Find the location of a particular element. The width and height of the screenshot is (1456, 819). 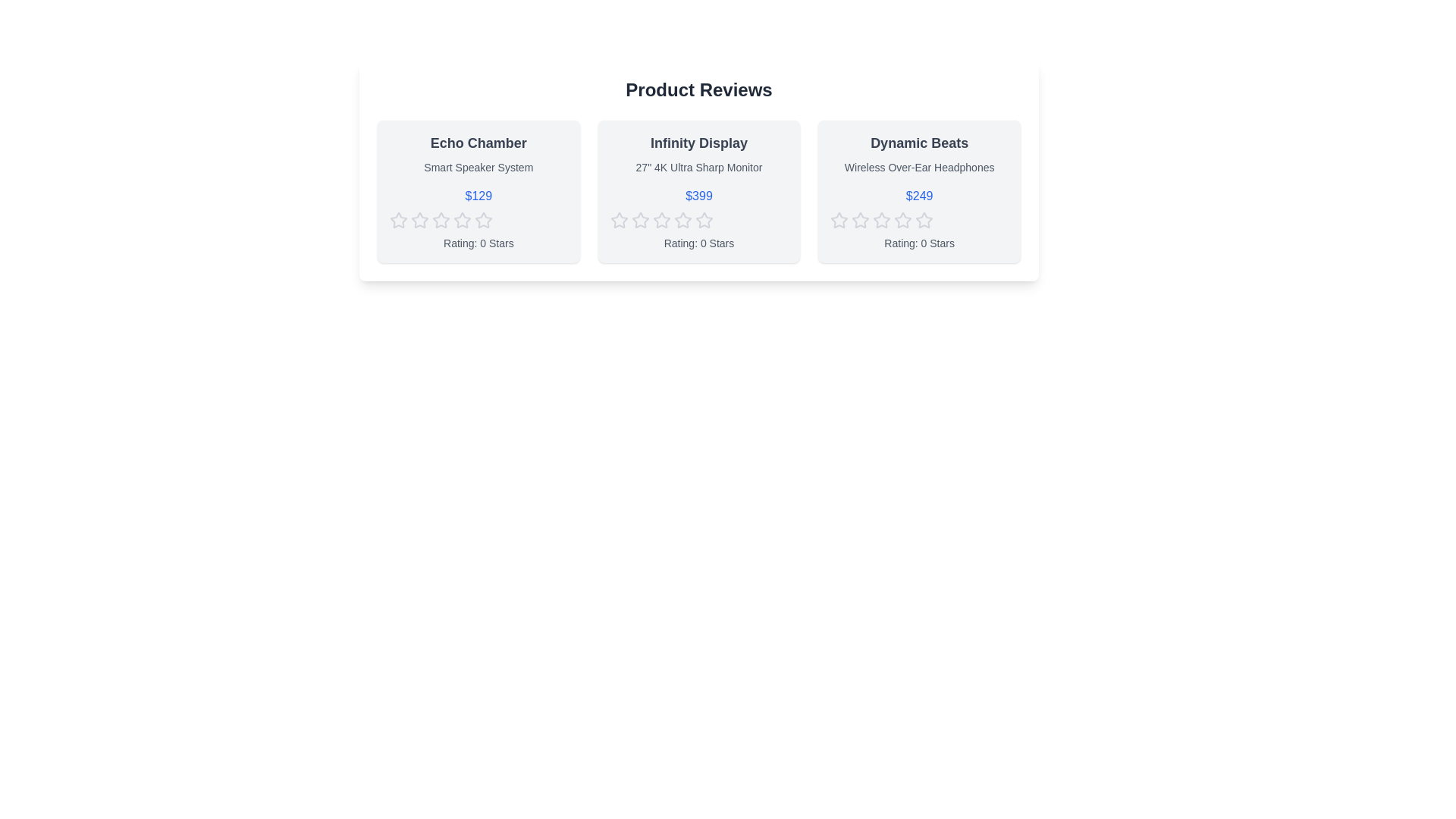

the third star icon in the five-star rating system for the 'Dynamic Beats' product located in the 'Product Reviews' section is located at coordinates (861, 220).